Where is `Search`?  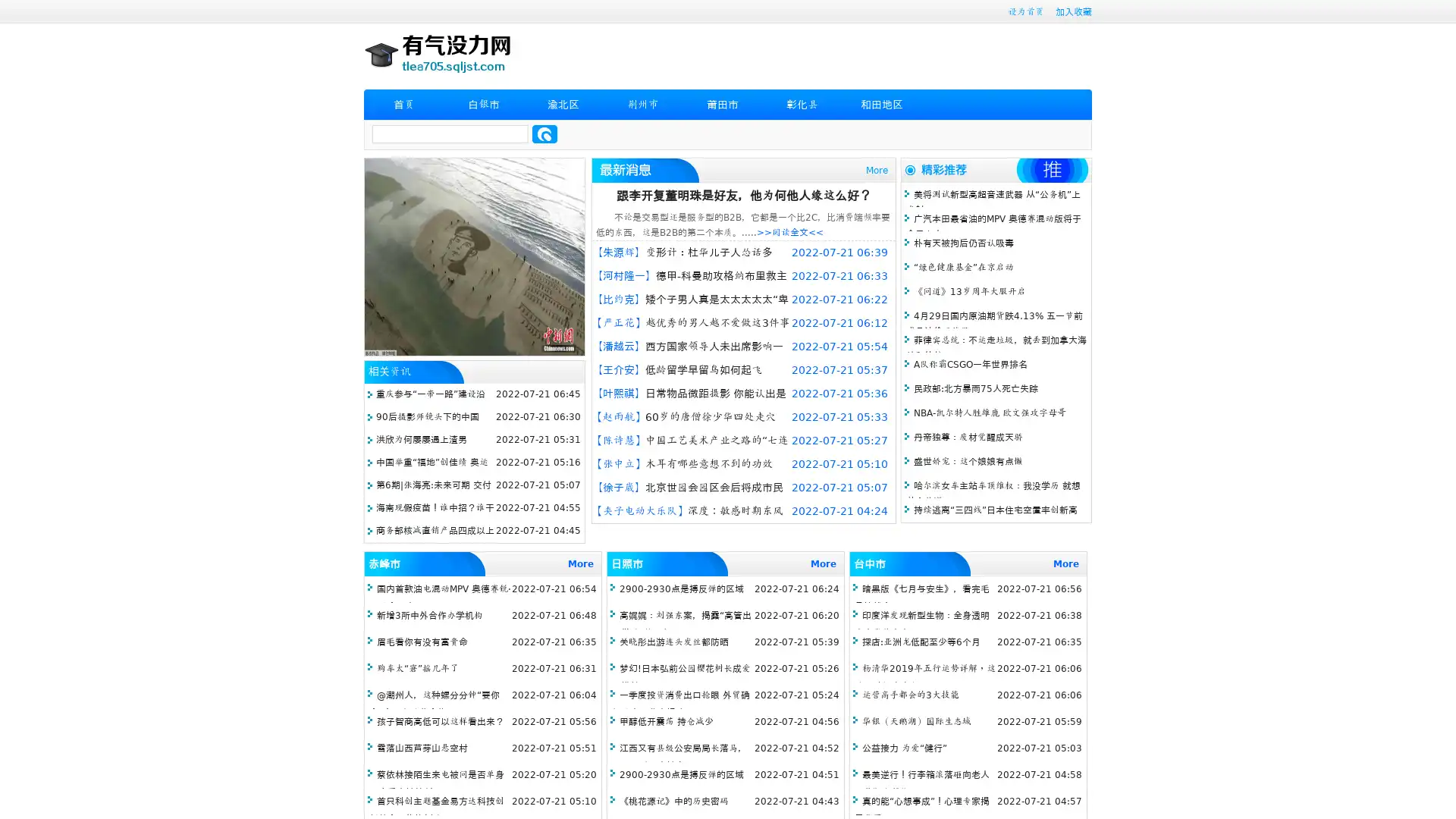
Search is located at coordinates (544, 133).